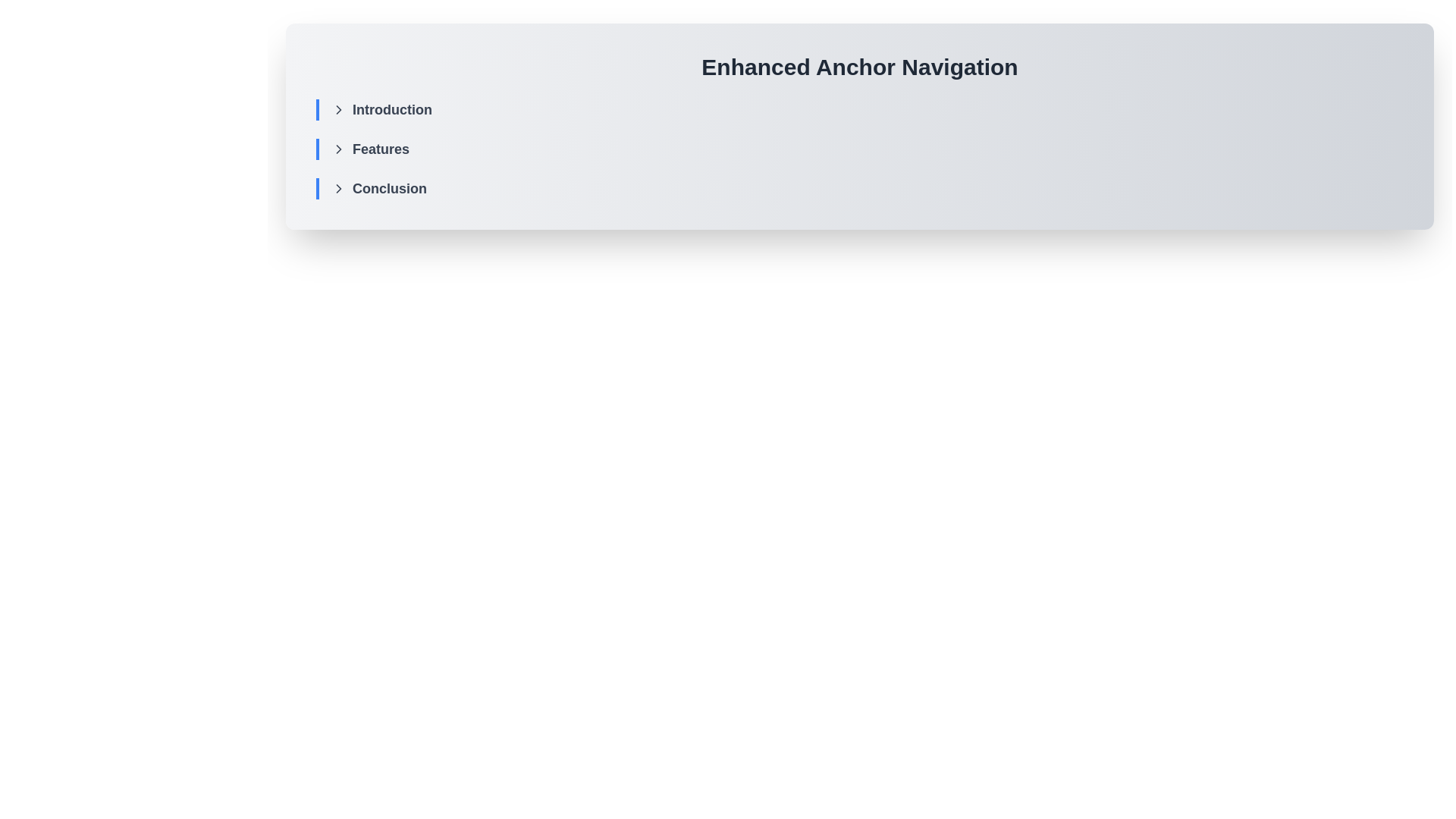  Describe the element at coordinates (337, 149) in the screenshot. I see `the Chevron icon located to the left of the 'Features' text label in the vertical navigation menu` at that location.